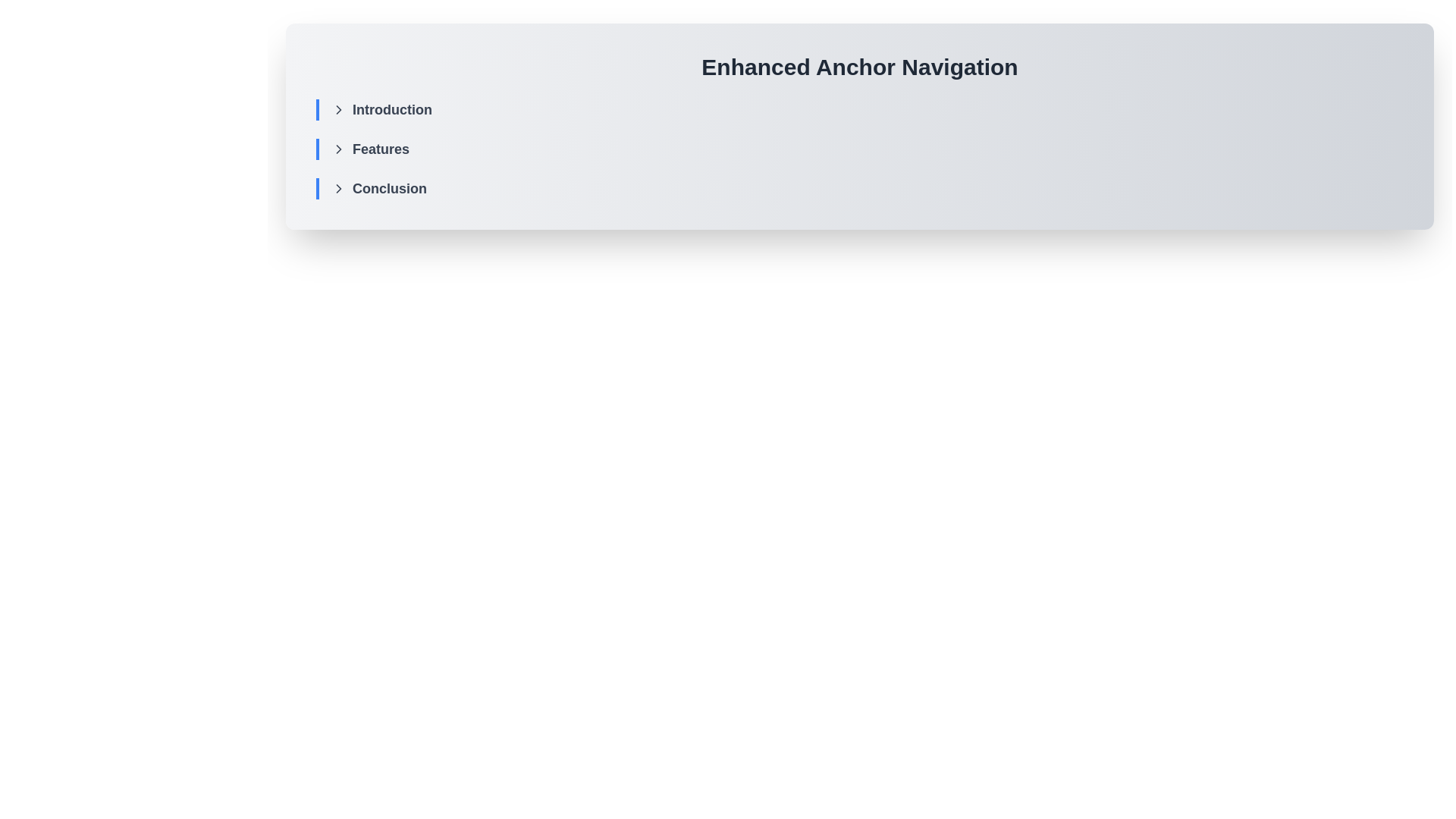  Describe the element at coordinates (337, 149) in the screenshot. I see `the Chevron icon located to the left of the 'Features' text label in the vertical navigation menu` at that location.